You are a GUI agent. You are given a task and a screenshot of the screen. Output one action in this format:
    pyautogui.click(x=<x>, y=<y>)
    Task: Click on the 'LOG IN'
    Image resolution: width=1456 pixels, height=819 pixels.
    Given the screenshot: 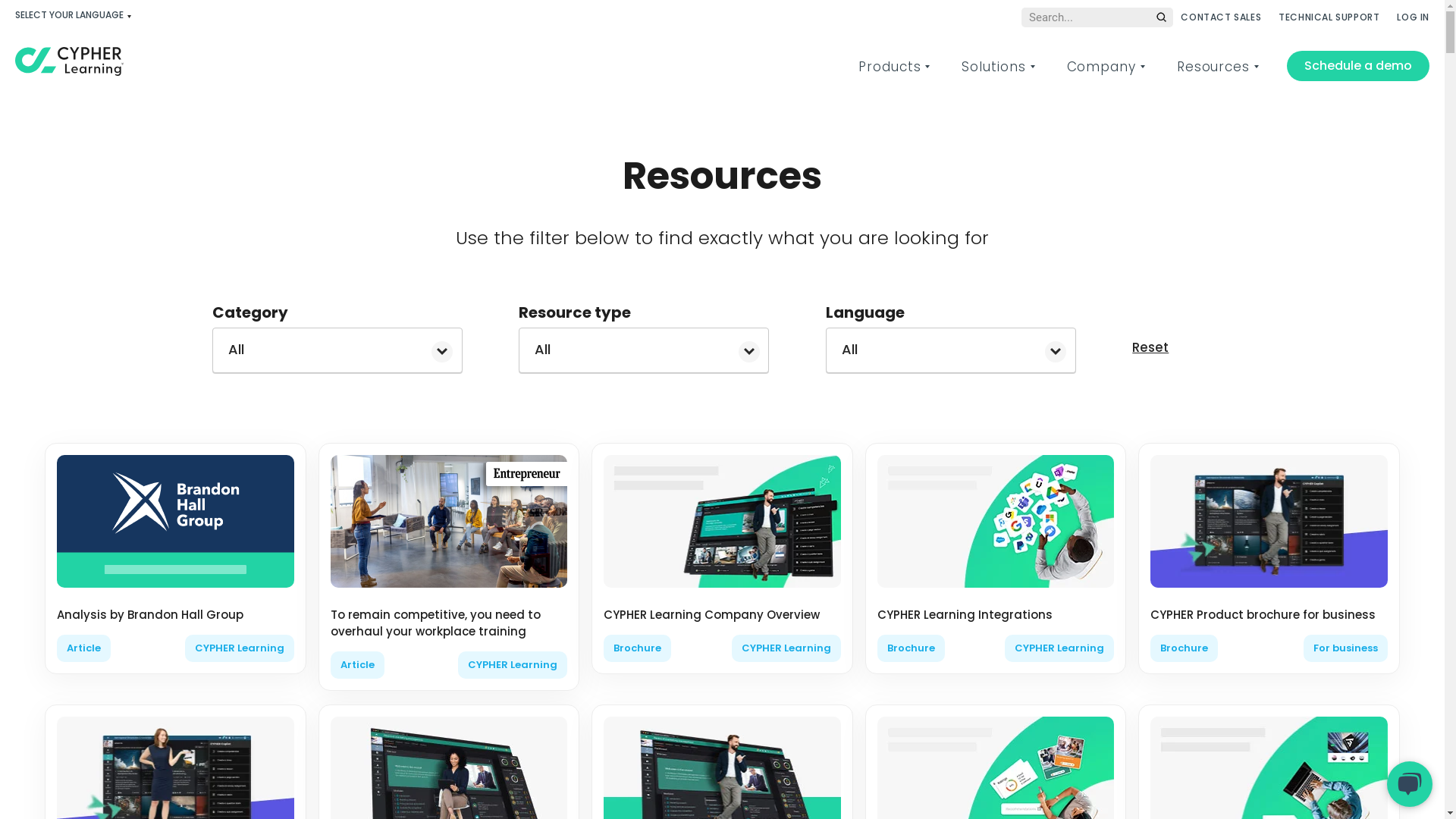 What is the action you would take?
    pyautogui.click(x=1412, y=17)
    